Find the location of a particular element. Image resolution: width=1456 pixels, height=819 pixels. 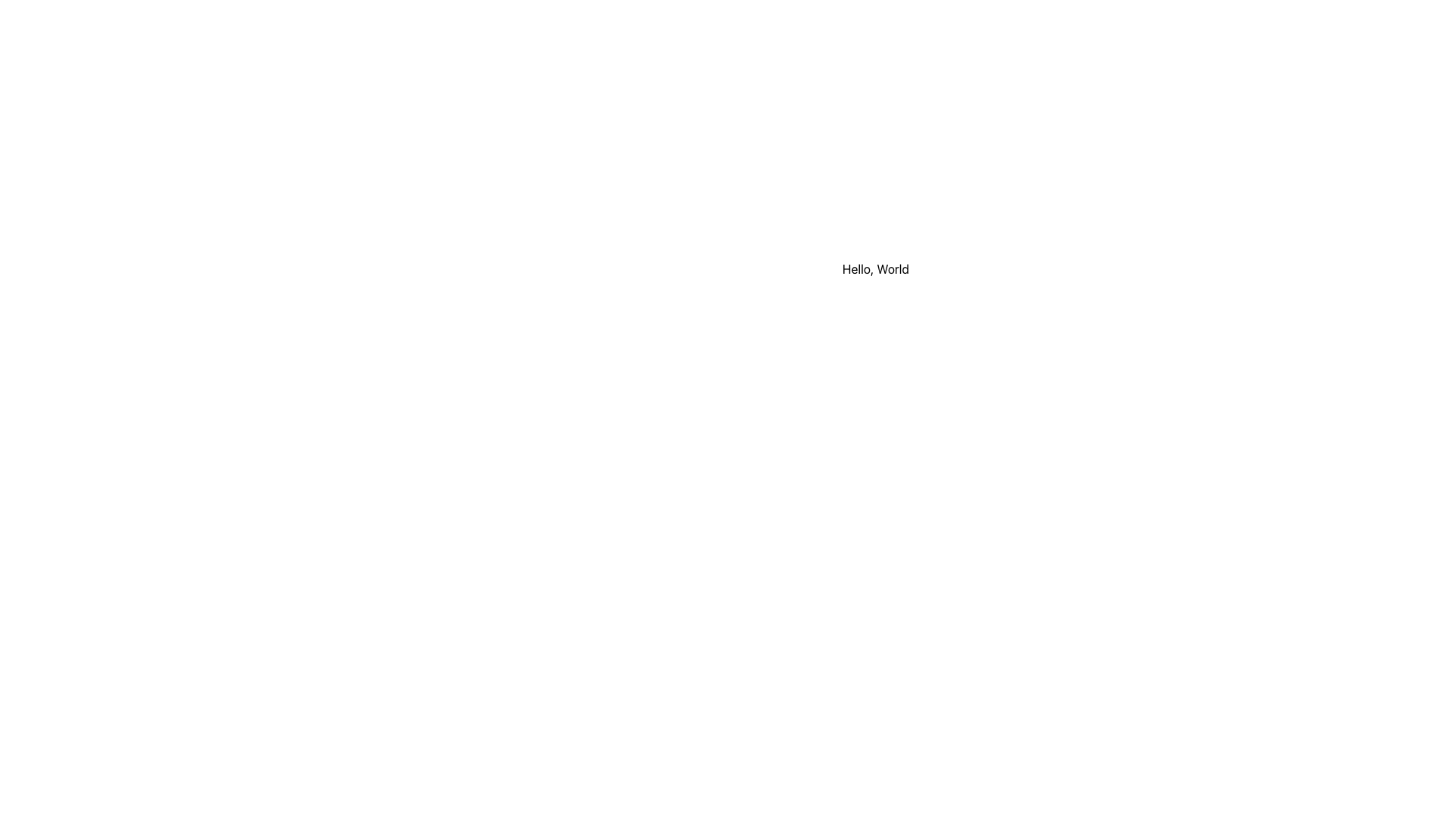

the Text Label element displaying 'Hello, World' to read the text is located at coordinates (876, 268).